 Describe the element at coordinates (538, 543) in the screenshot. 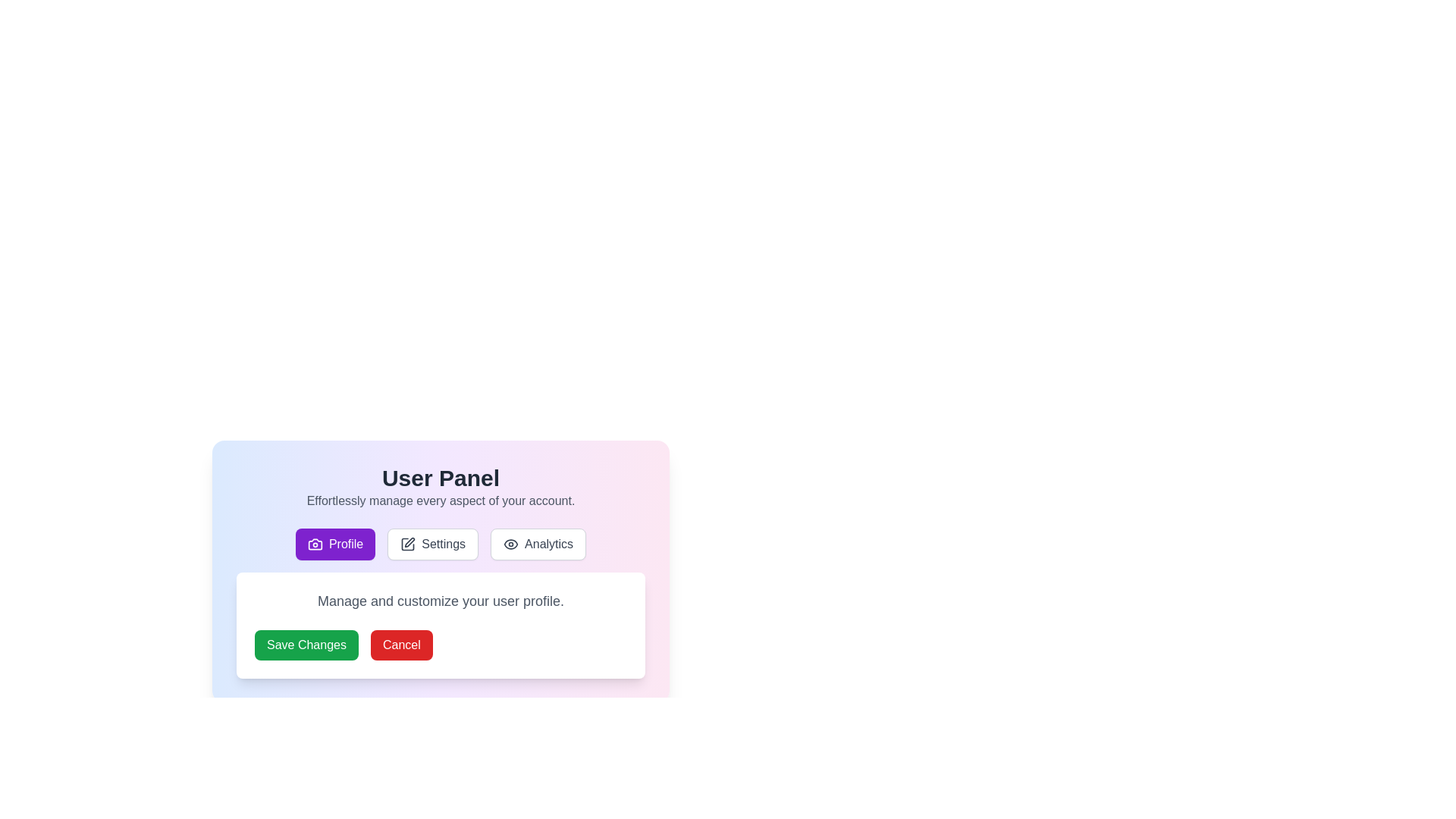

I see `the tab labeled Analytics to read its descriptive text` at that location.